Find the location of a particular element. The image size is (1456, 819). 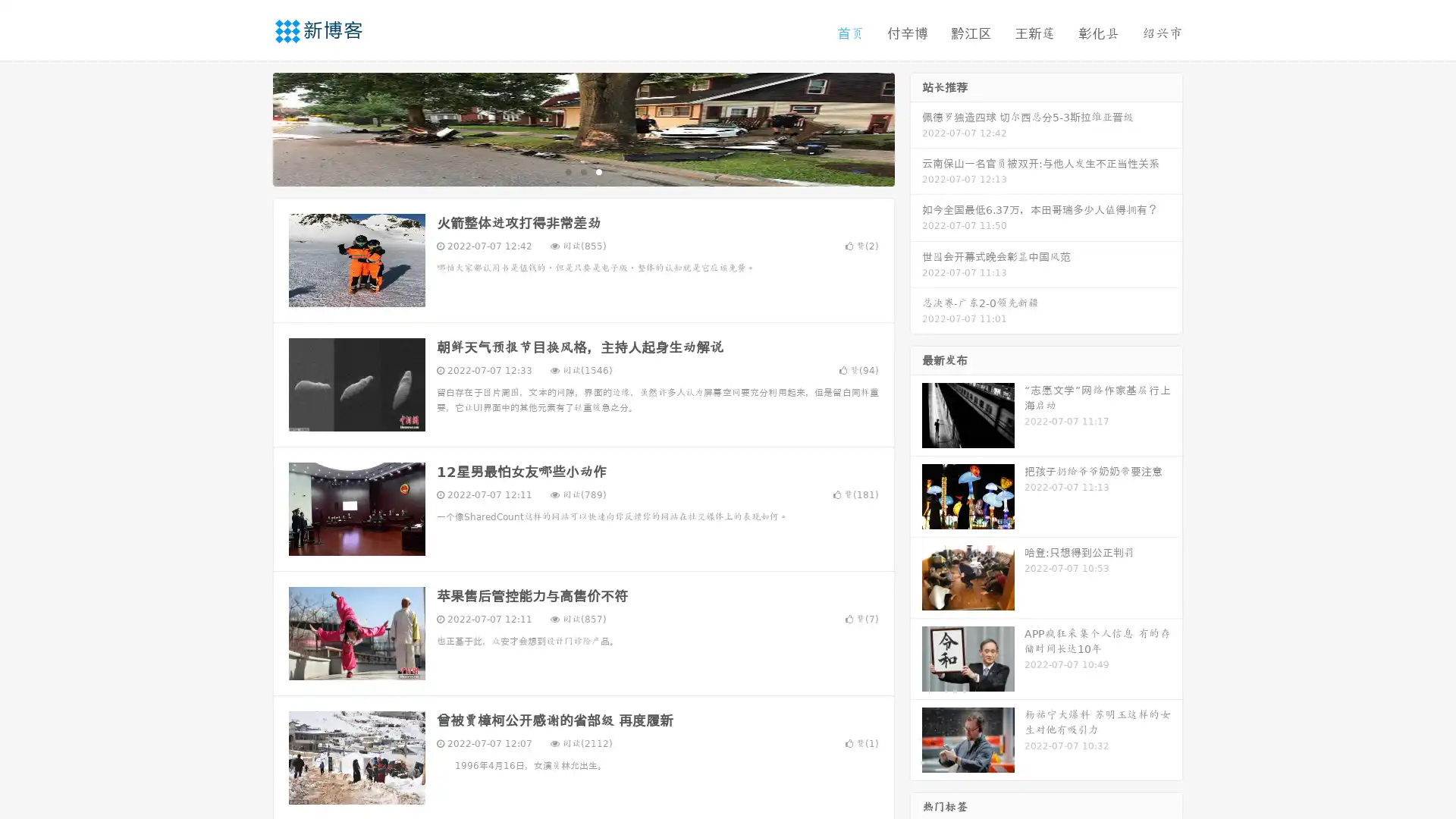

Go to slide 3 is located at coordinates (598, 171).